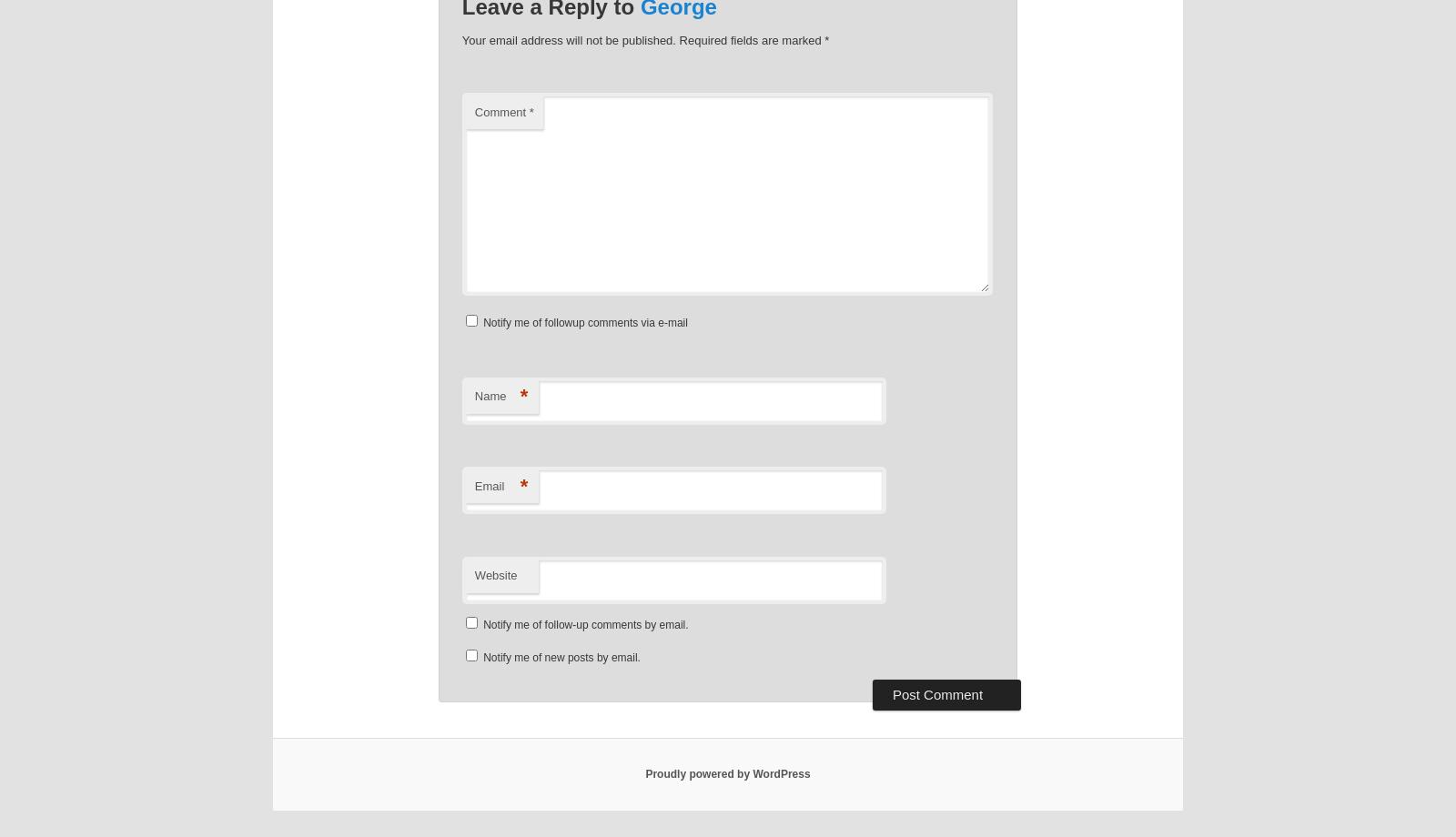 Image resolution: width=1456 pixels, height=837 pixels. What do you see at coordinates (585, 623) in the screenshot?
I see `'Notify me of follow-up comments by email.'` at bounding box center [585, 623].